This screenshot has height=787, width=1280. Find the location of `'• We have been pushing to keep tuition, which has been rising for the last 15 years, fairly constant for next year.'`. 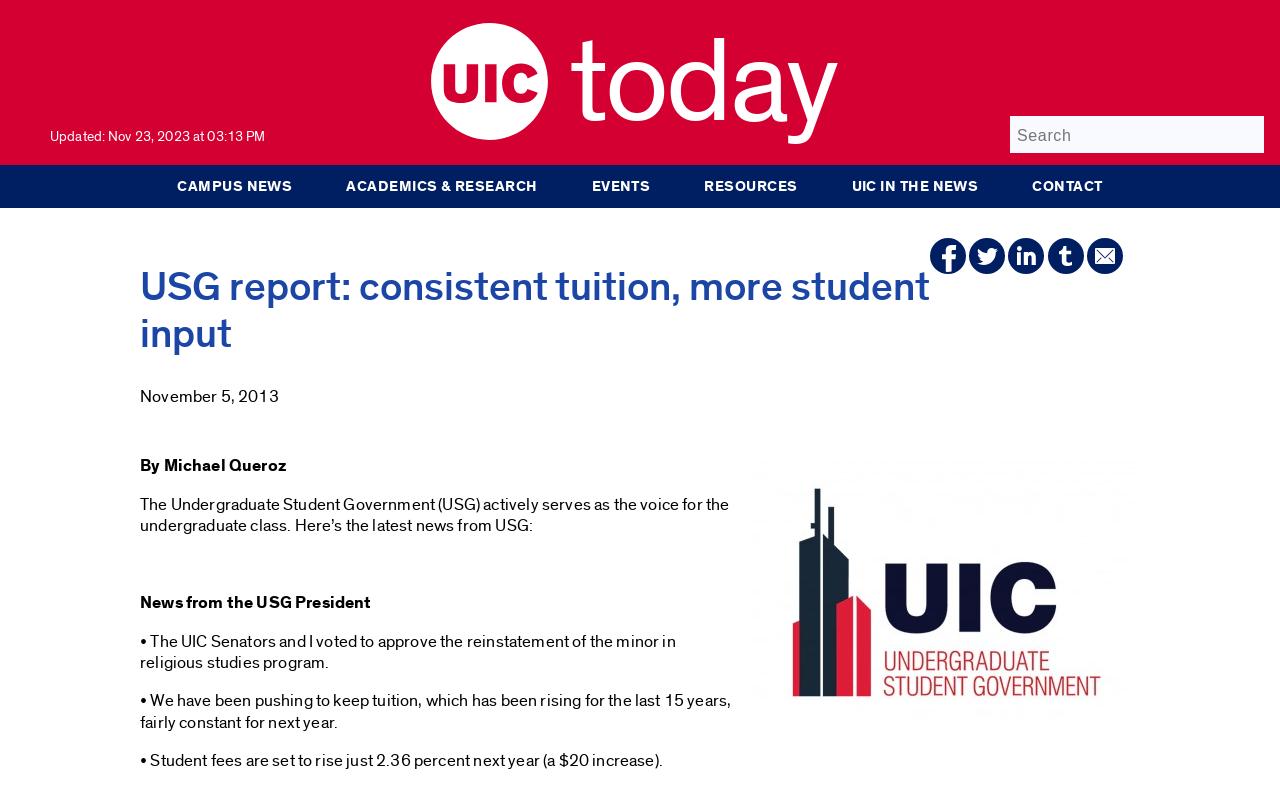

'• We have been pushing to keep tuition, which has been rising for the last 15 years, fairly constant for next year.' is located at coordinates (434, 710).